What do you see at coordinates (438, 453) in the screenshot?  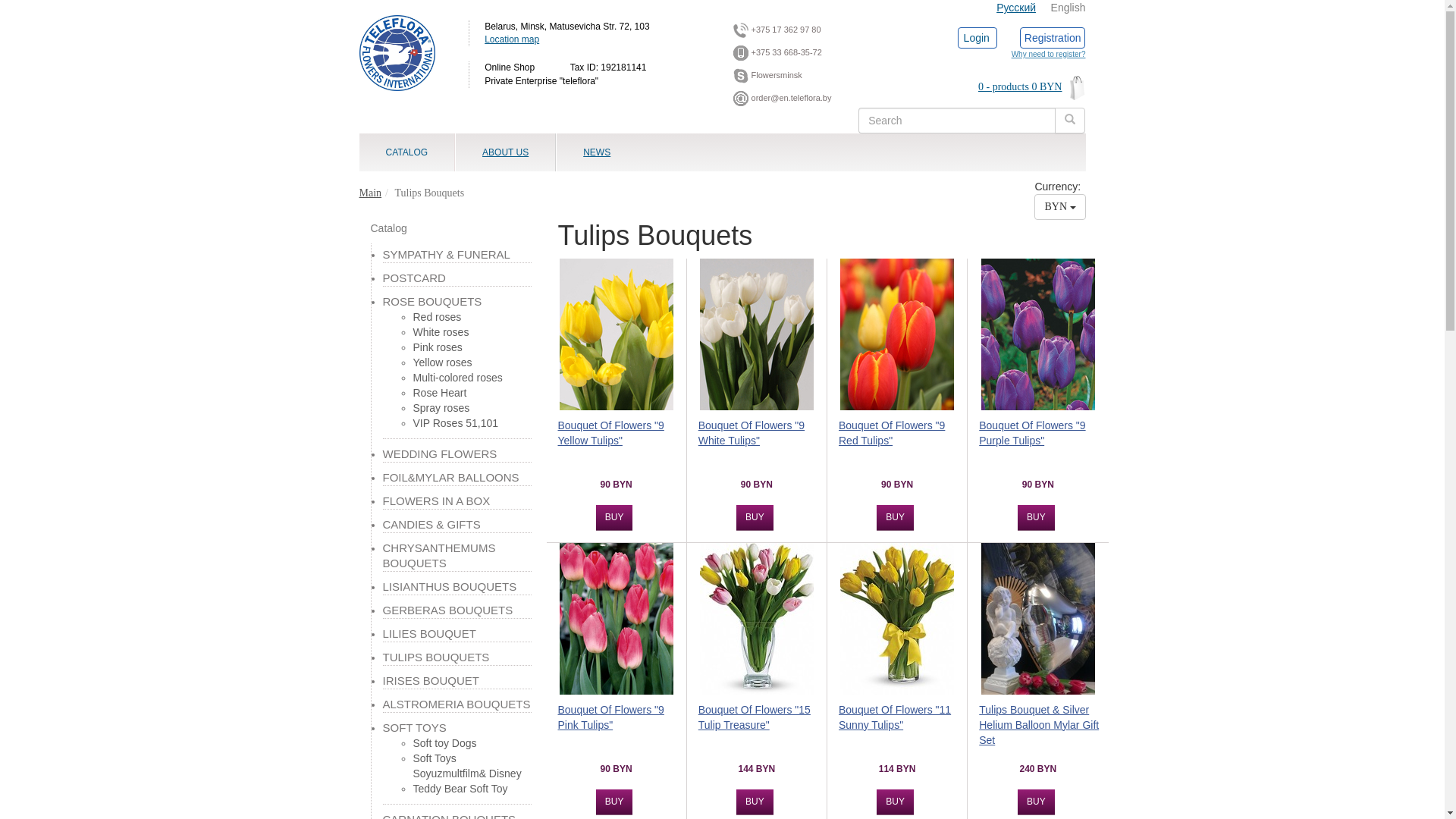 I see `'WEDDING FLOWERS'` at bounding box center [438, 453].